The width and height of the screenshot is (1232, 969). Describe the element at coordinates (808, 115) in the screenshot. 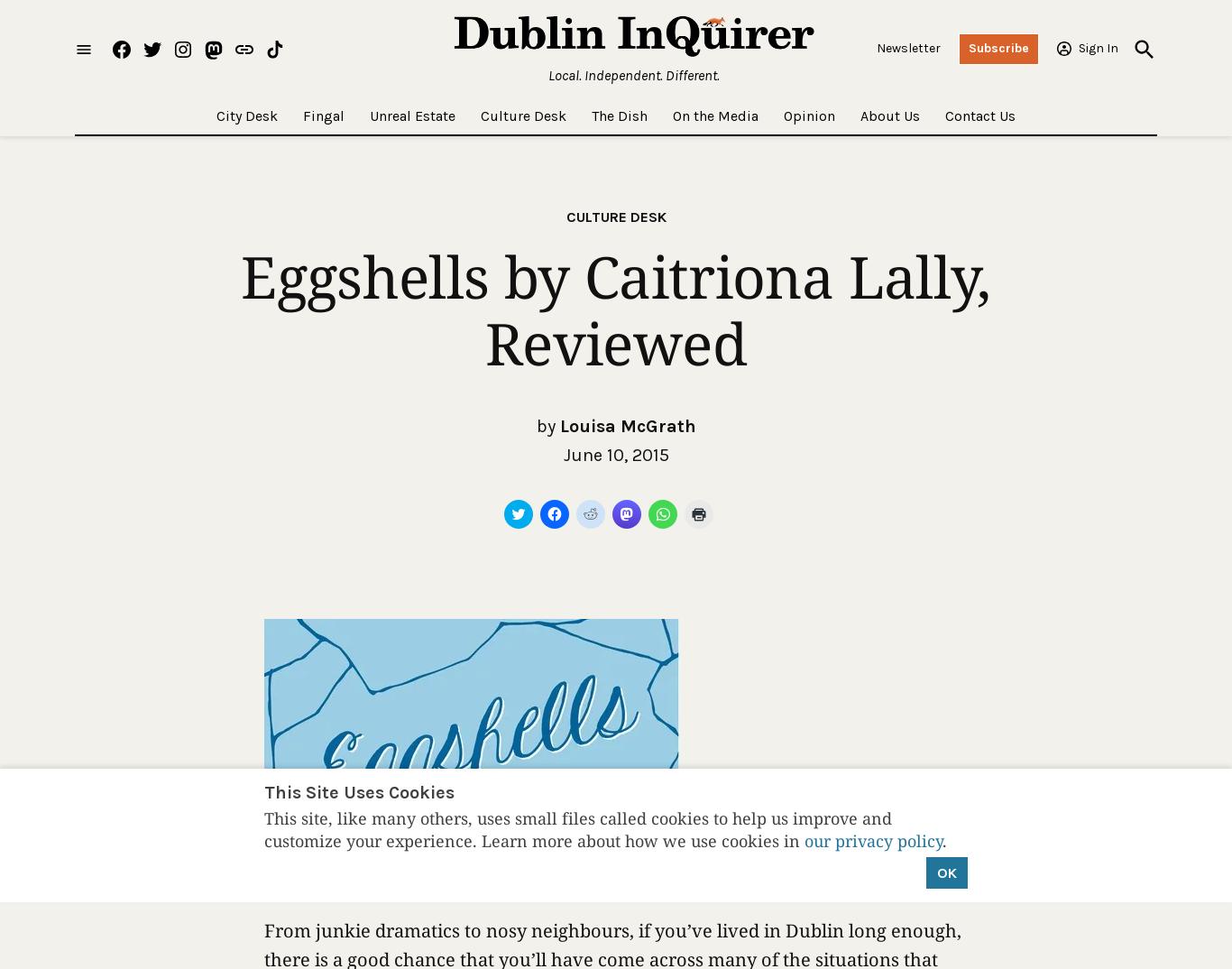

I see `'Opinion'` at that location.